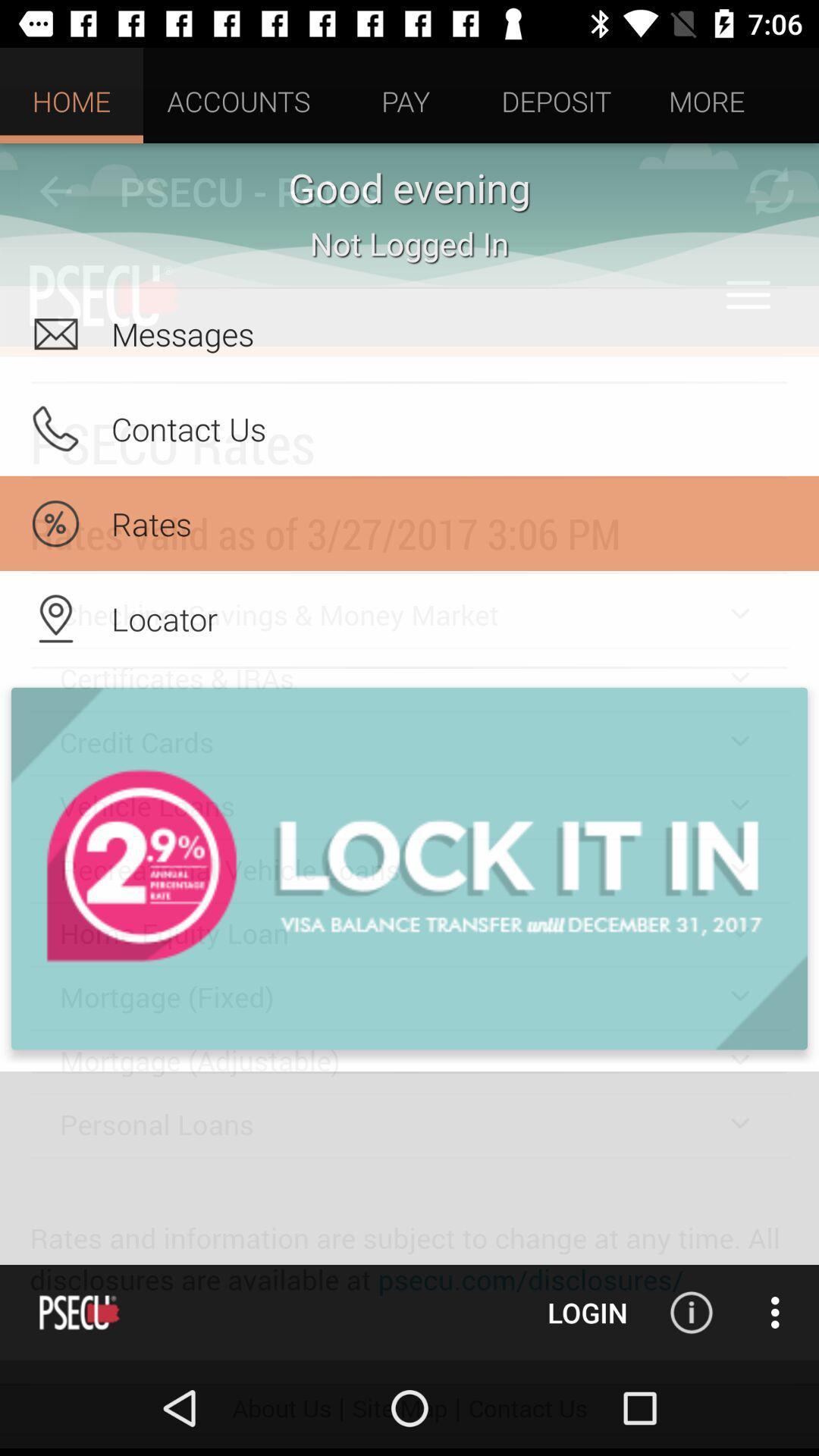 The image size is (819, 1456). Describe the element at coordinates (55, 333) in the screenshot. I see `icon beside messages` at that location.